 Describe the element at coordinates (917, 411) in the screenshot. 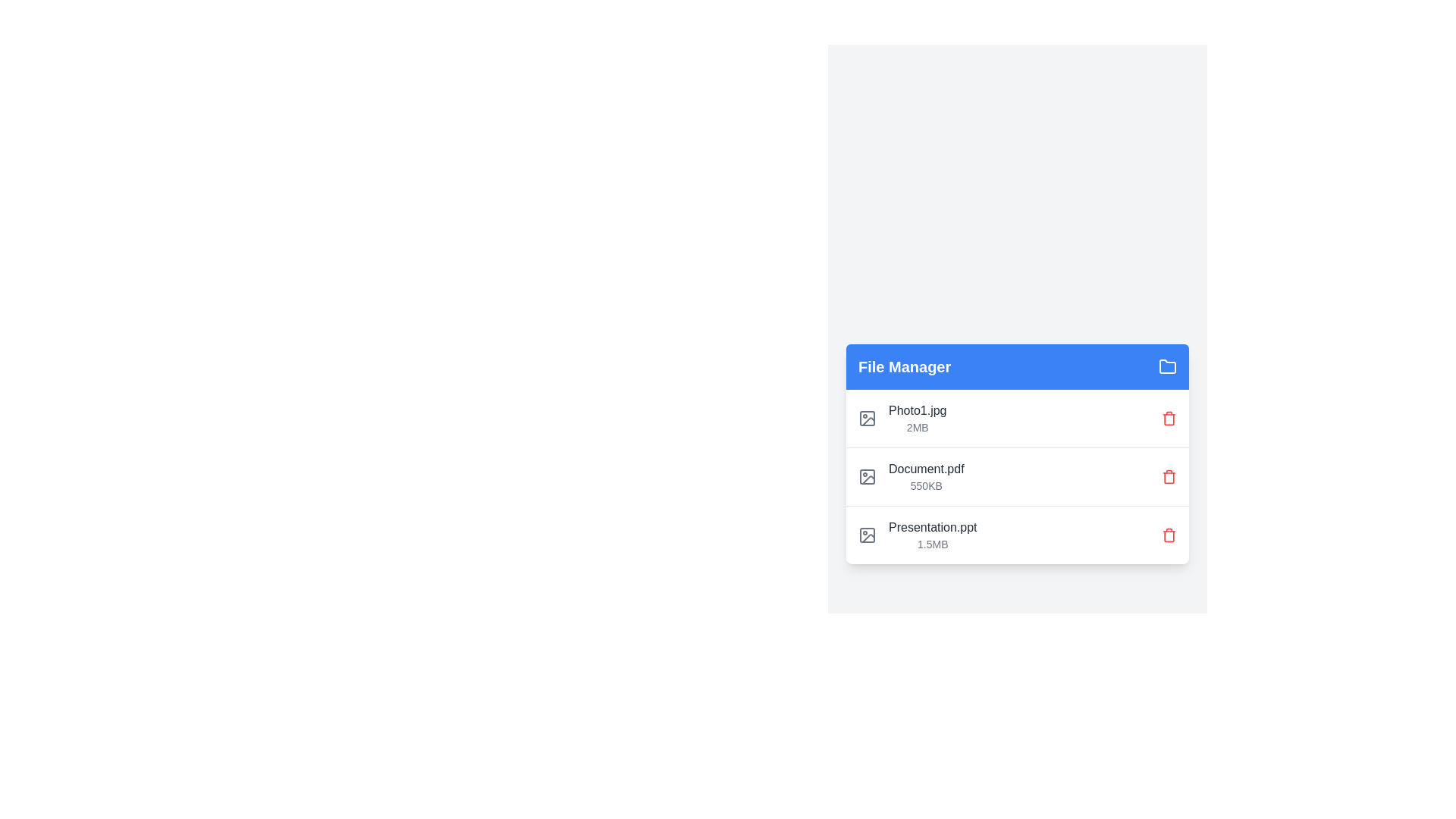

I see `the text label displaying the file name 'Photo1.jpg' within the 'File Manager' interface` at that location.